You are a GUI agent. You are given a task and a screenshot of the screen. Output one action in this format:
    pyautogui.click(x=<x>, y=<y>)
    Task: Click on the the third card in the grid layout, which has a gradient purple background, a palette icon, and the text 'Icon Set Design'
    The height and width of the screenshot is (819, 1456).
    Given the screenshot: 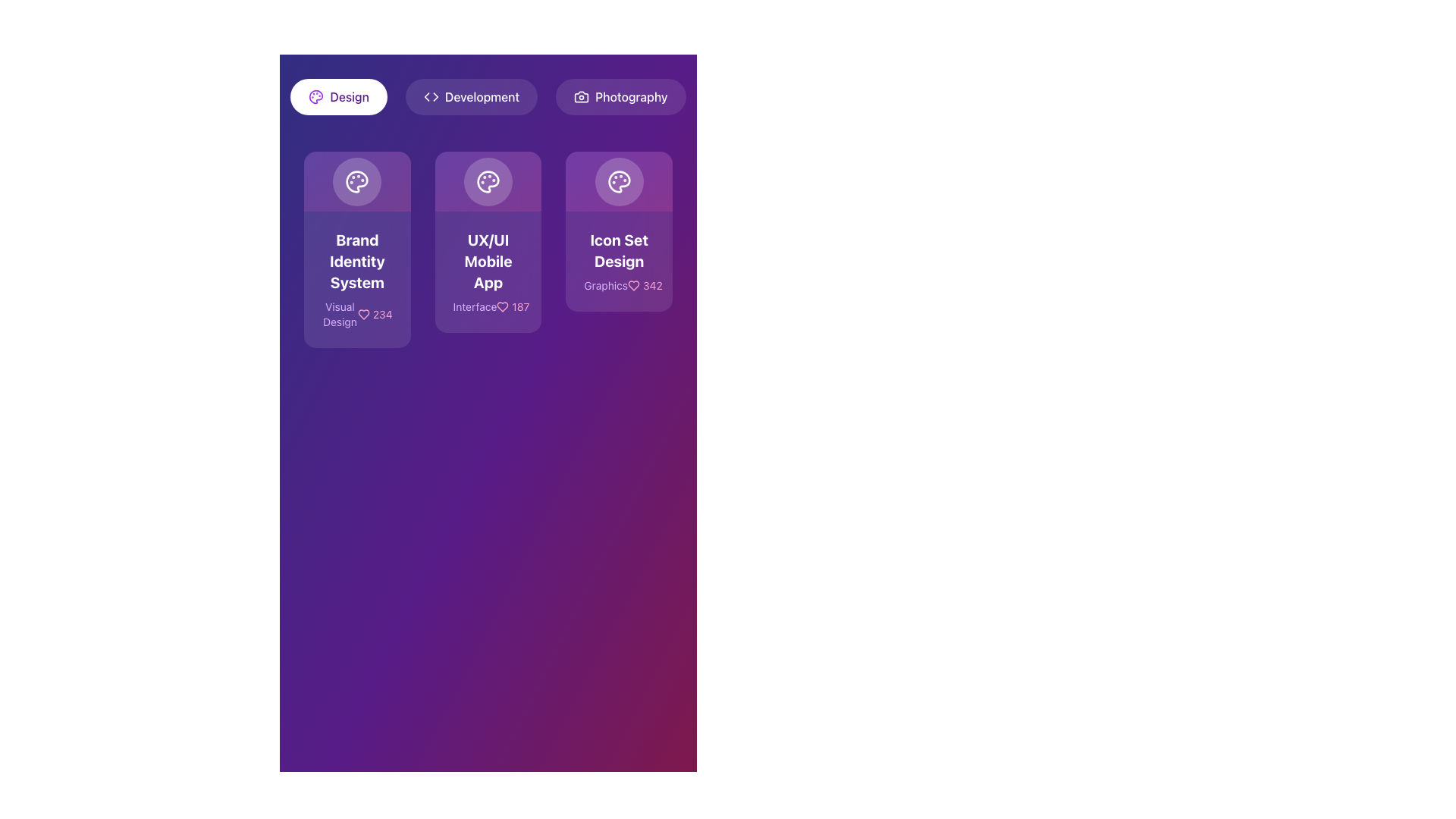 What is the action you would take?
    pyautogui.click(x=619, y=249)
    